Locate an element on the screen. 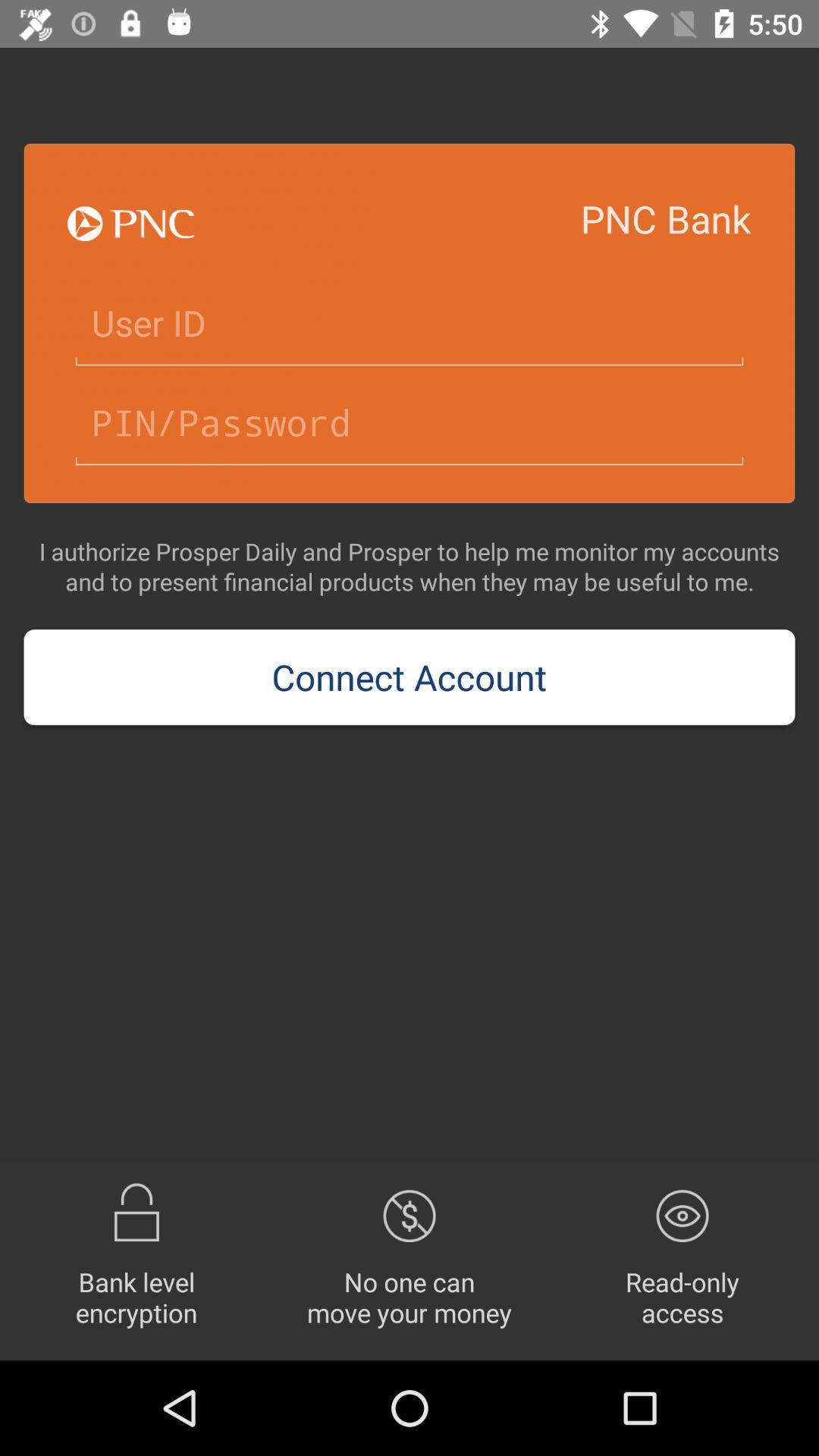 Image resolution: width=819 pixels, height=1456 pixels. user the password in the account is located at coordinates (409, 423).